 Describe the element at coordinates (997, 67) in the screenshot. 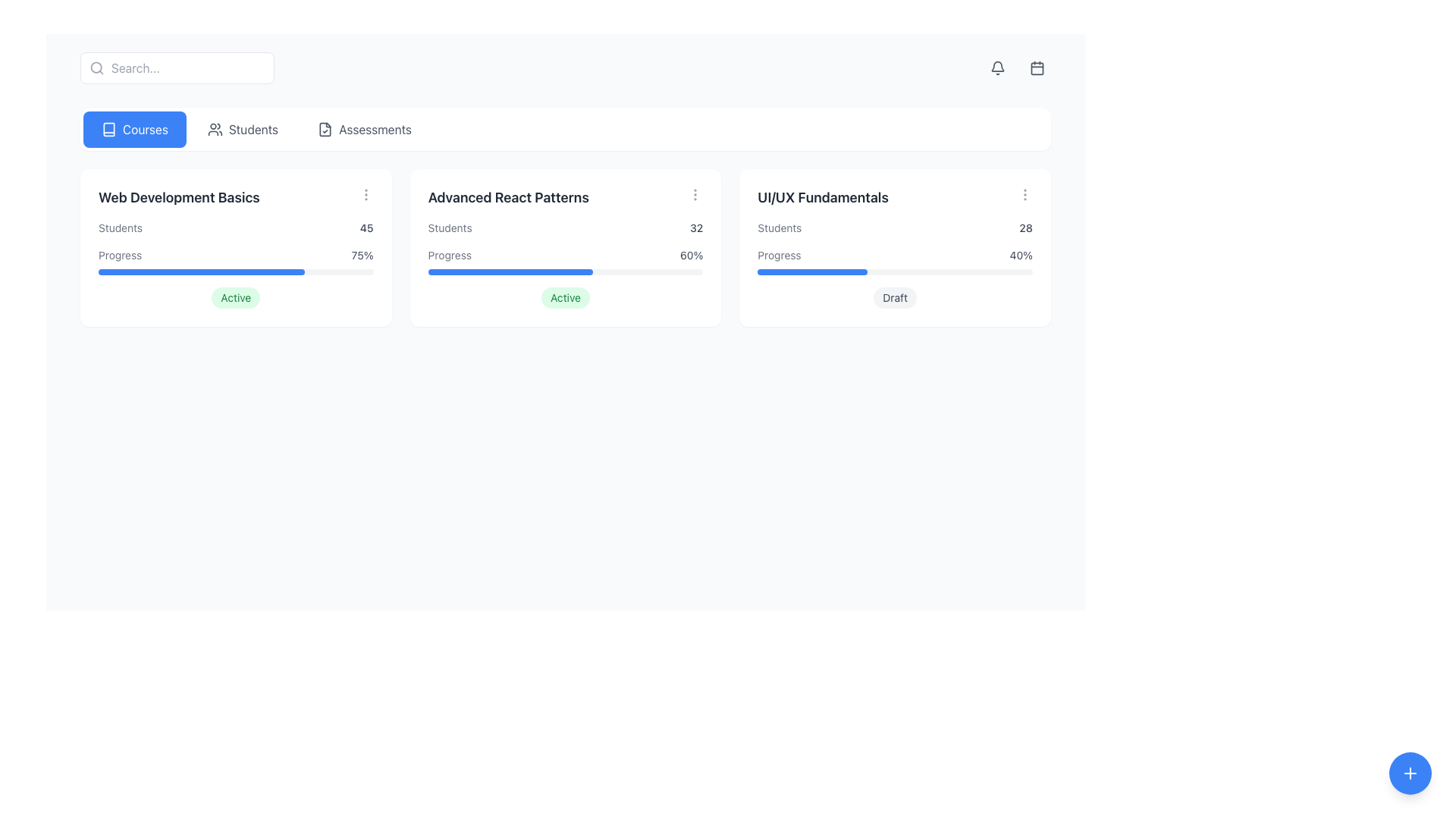

I see `the bell-shaped notification icon located in the top-right corner of the interface` at that location.